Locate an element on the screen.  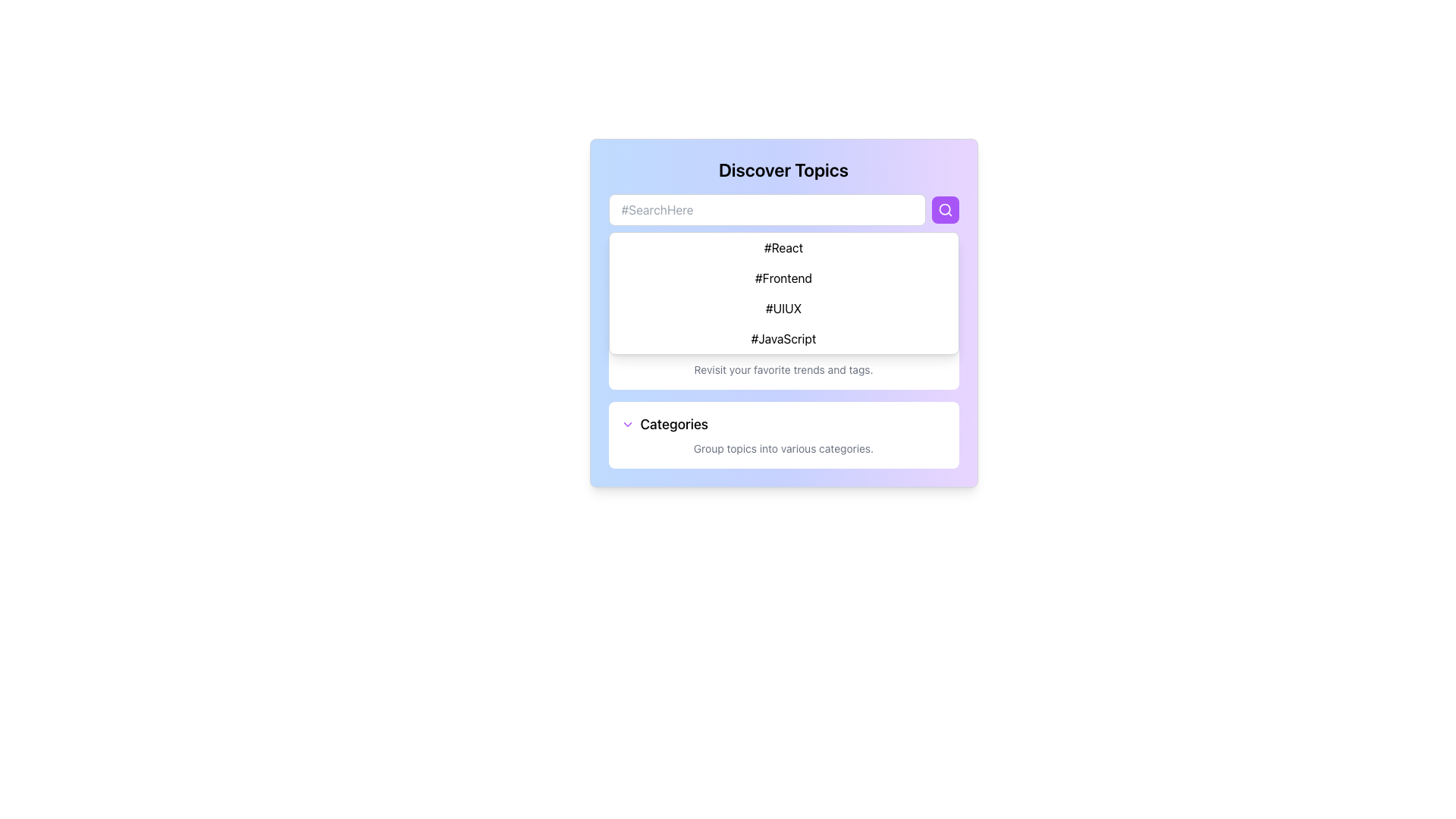
the hashtag in the dropdown list located below the search bar is located at coordinates (783, 293).